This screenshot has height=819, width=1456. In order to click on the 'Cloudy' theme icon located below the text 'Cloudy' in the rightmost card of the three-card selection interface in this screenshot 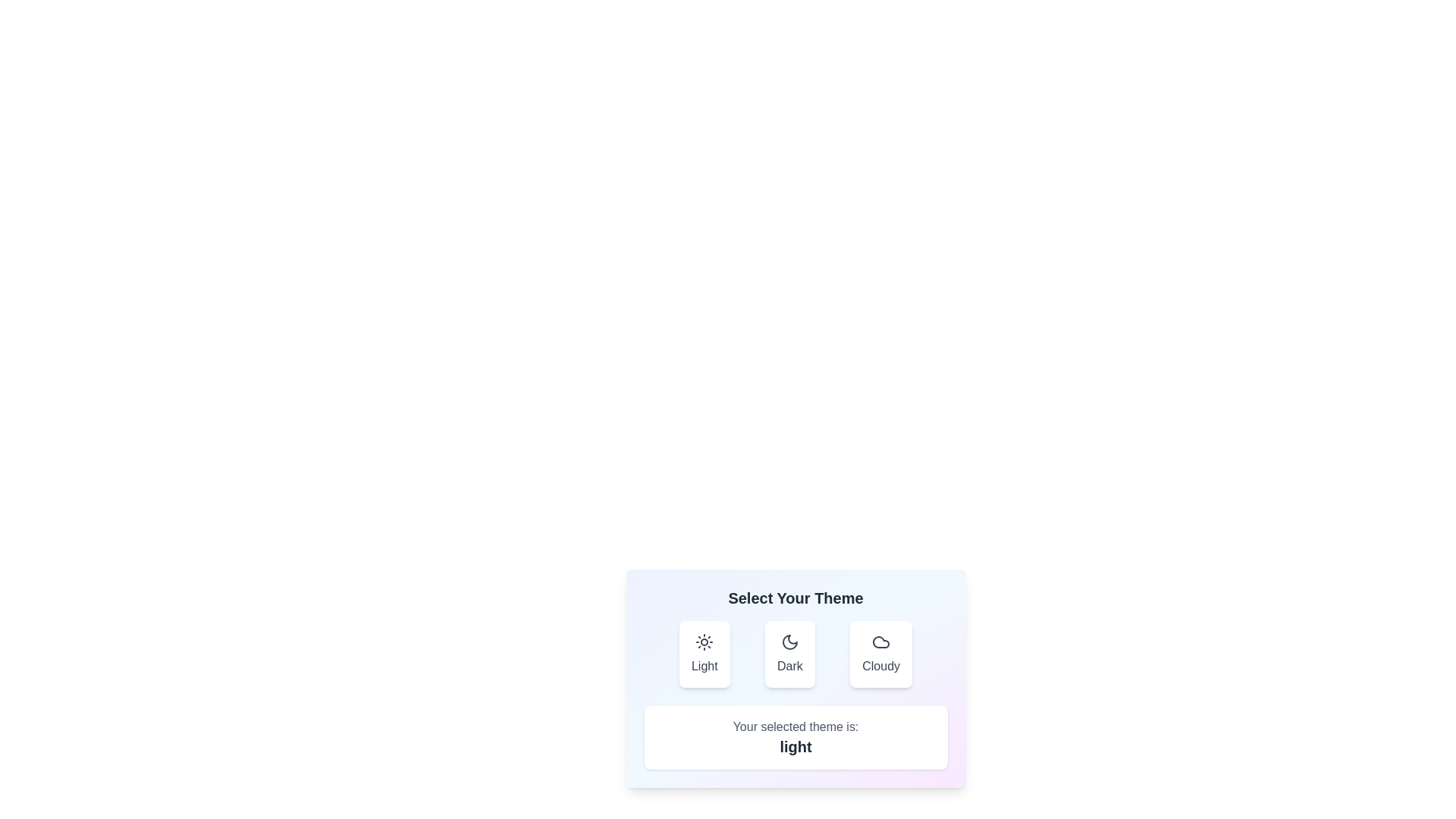, I will do `click(881, 642)`.